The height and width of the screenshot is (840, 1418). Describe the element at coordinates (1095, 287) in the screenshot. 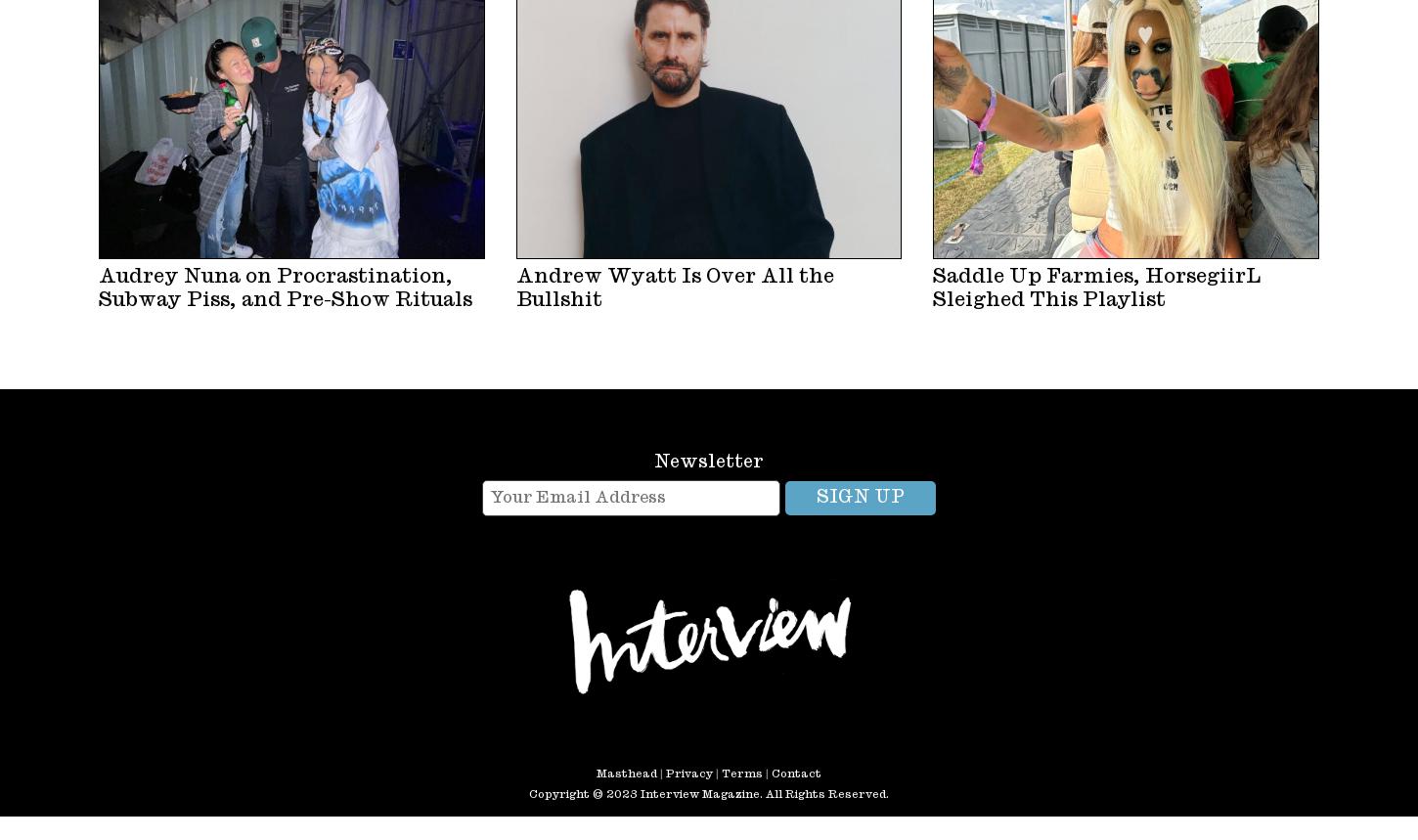

I see `'Saddle Up Farmies, HorsegiirL Sleighed This Playlist'` at that location.